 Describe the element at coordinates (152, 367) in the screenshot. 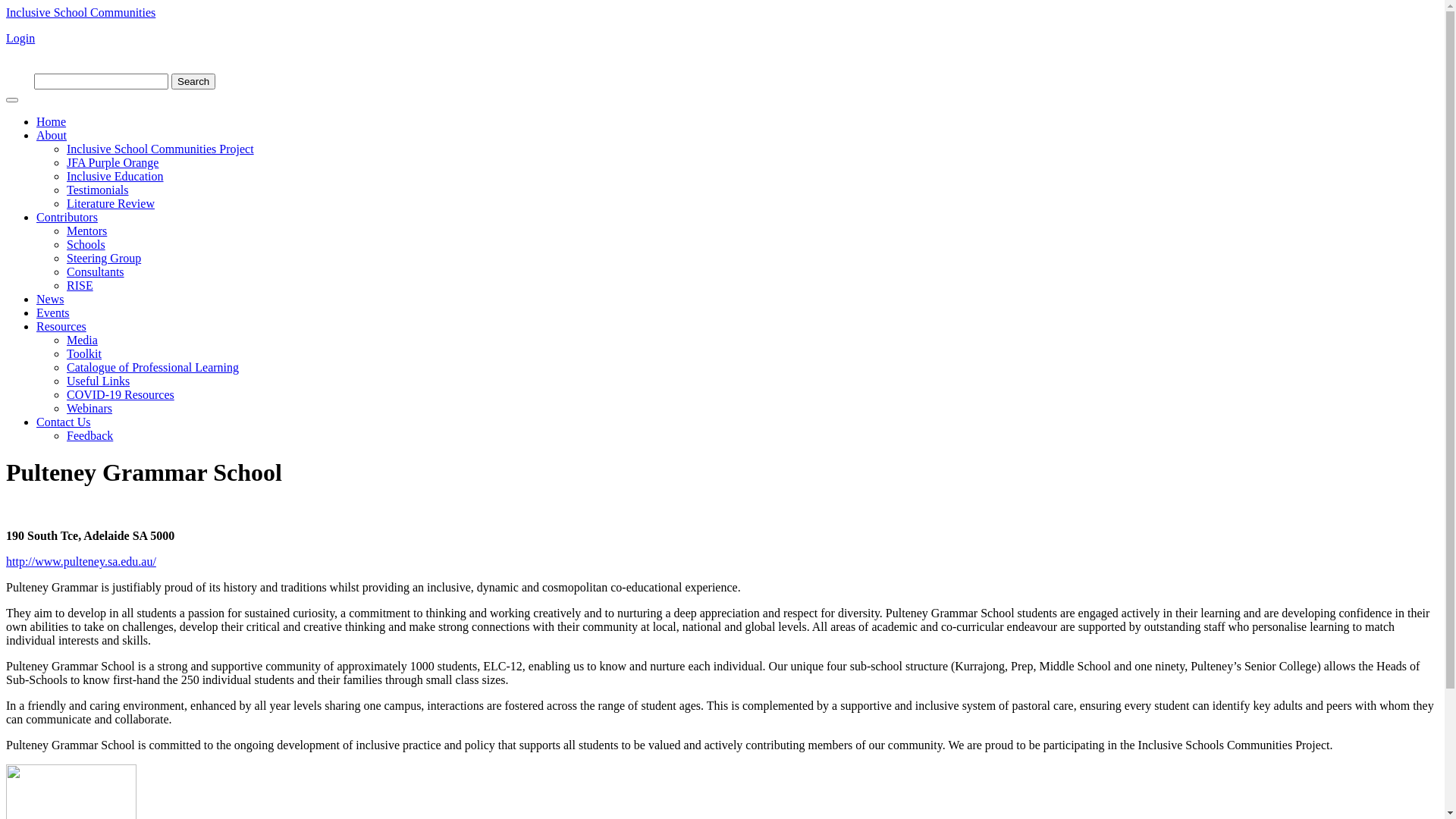

I see `'Catalogue of Professional Learning'` at that location.